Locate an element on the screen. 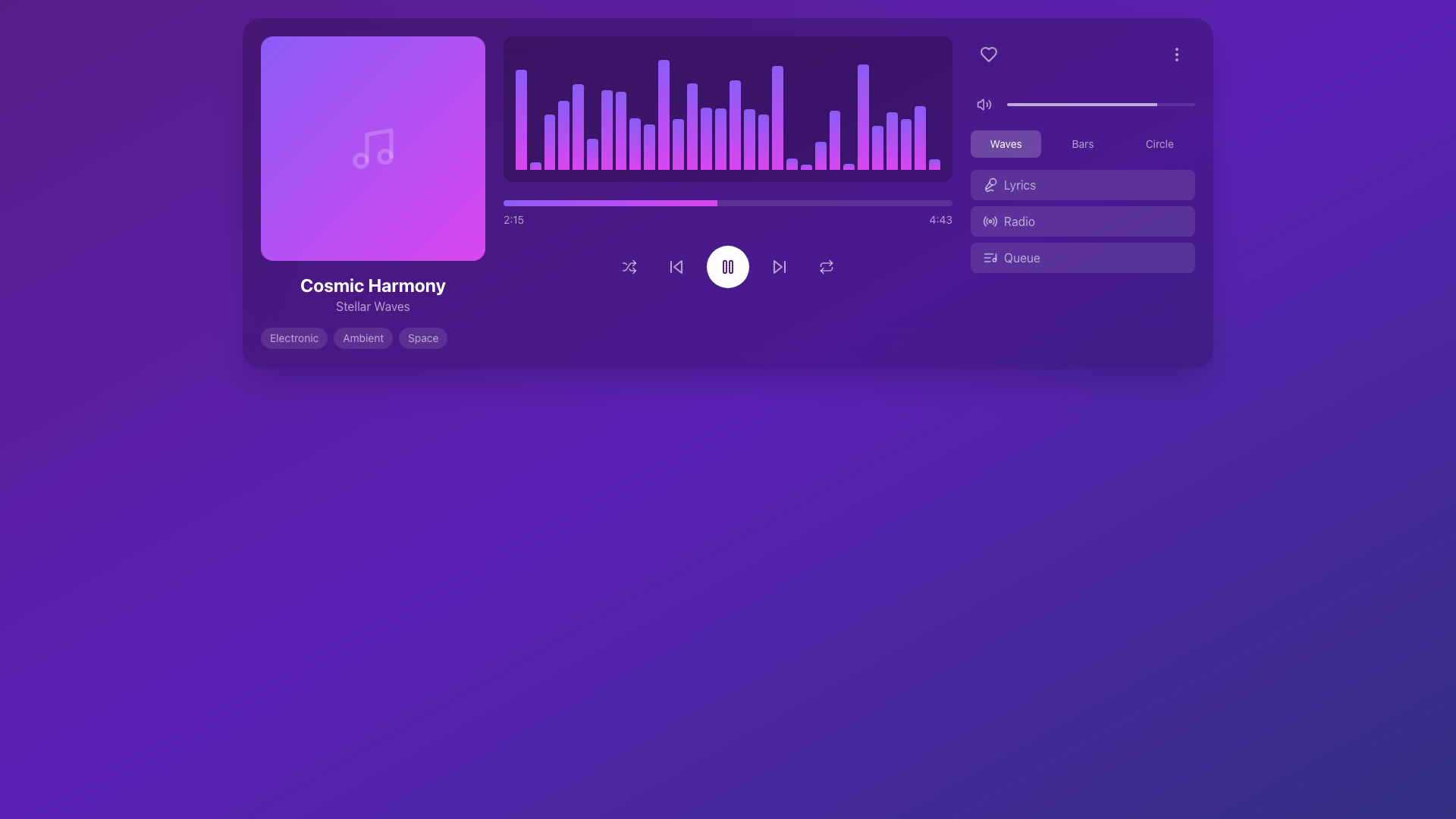 Image resolution: width=1456 pixels, height=819 pixels. data changes by interacting with the middle vertical bar in the bar chart, which represents a data point in the graphical user interface is located at coordinates (691, 125).